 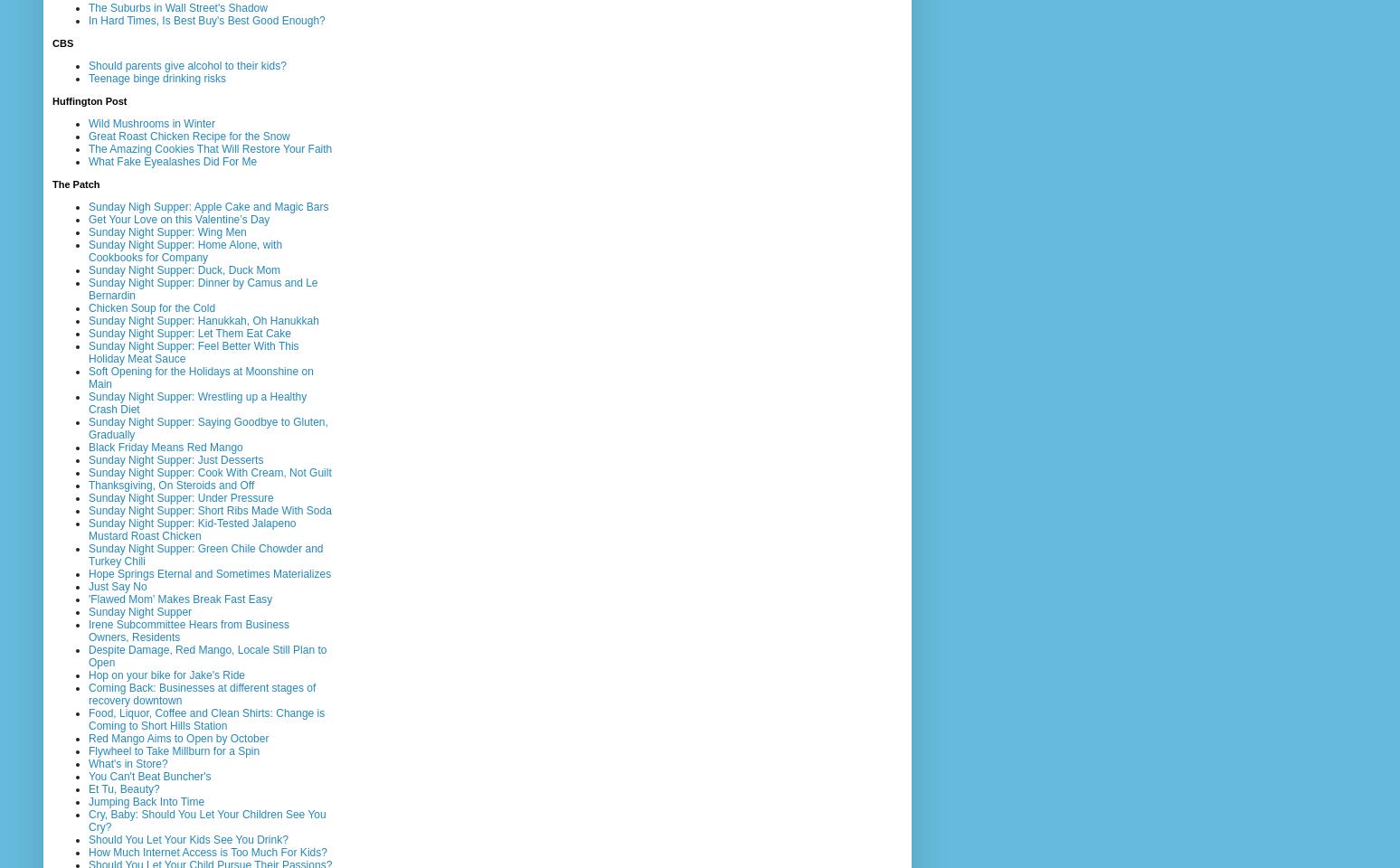 I want to click on 'The Patch', so click(x=75, y=184).